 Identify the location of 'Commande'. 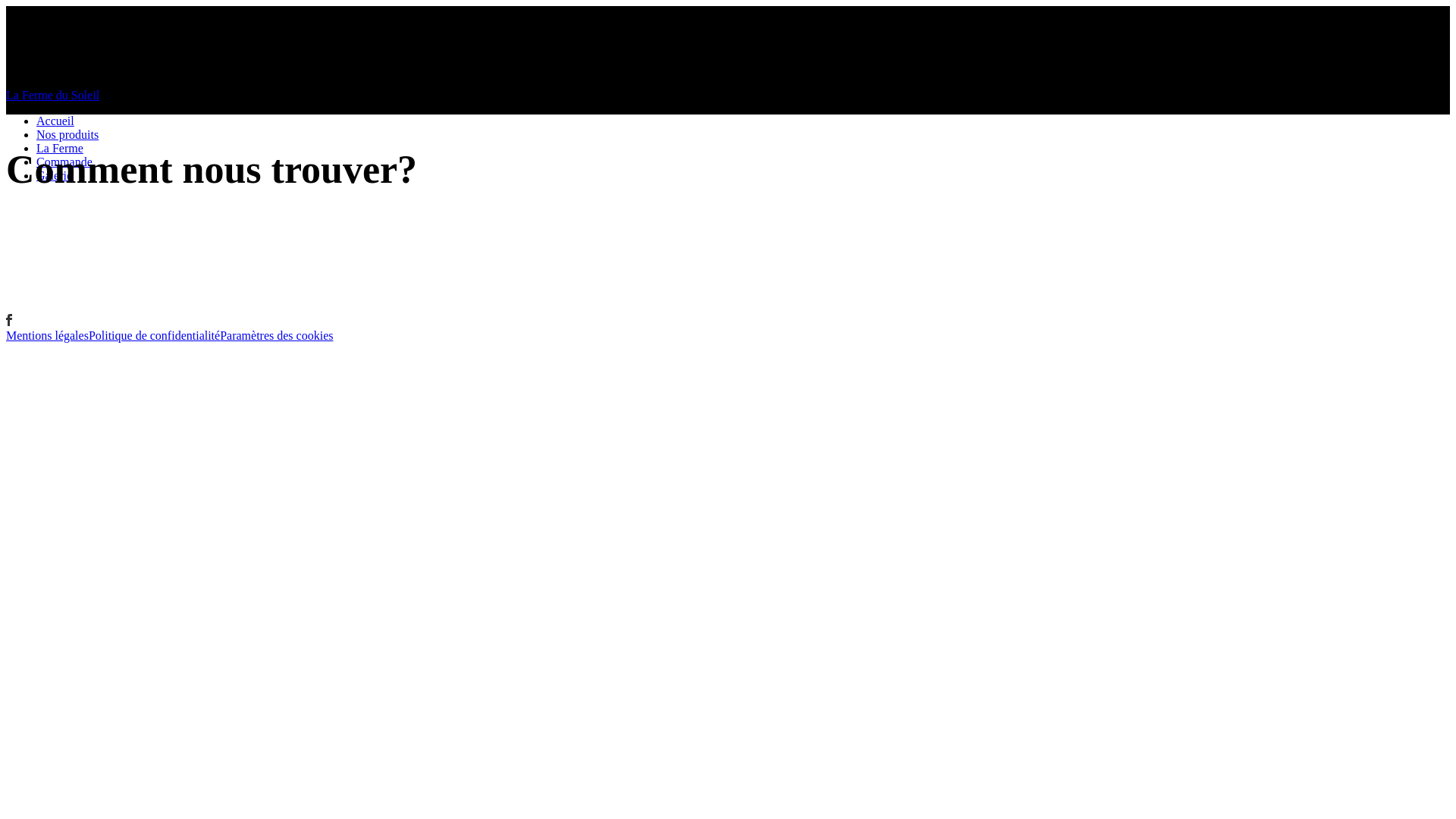
(36, 162).